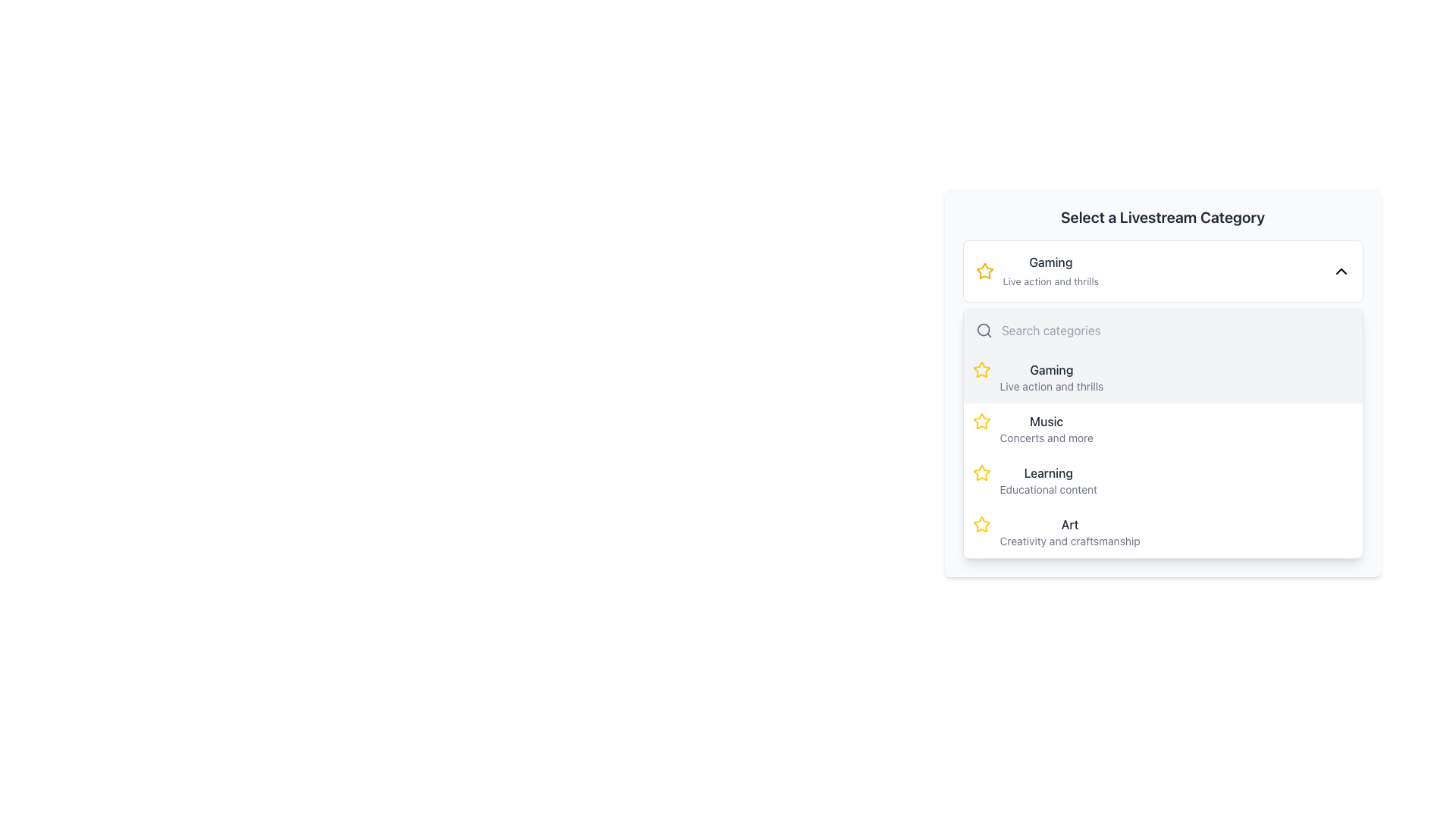 The height and width of the screenshot is (819, 1456). I want to click on the 'Art' text display, so click(1069, 532).